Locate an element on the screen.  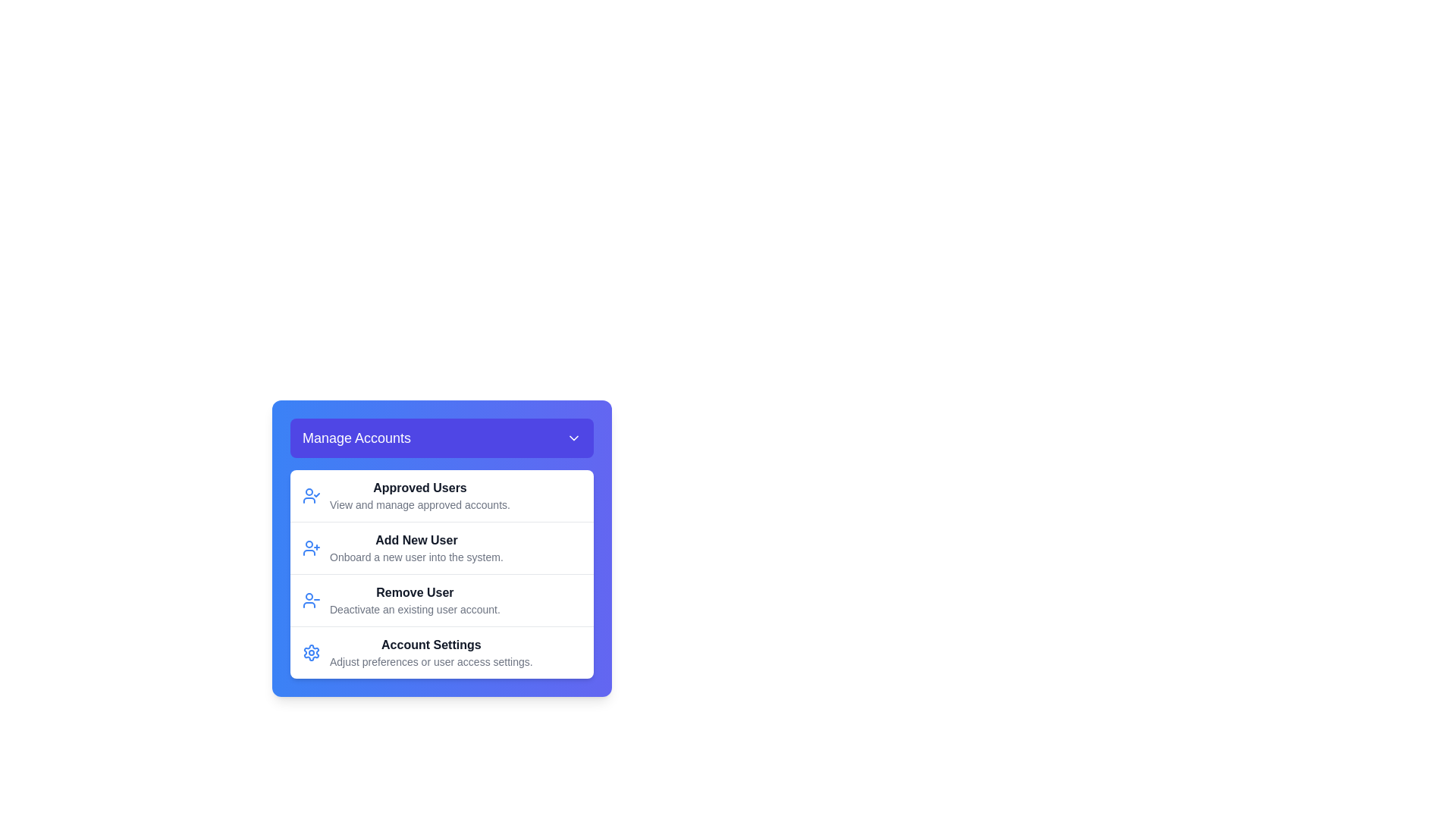
bold text label stating 'Approved Users' which is positioned above the description 'View and manage approved accounts' in the 'Manage Accounts' section is located at coordinates (419, 488).